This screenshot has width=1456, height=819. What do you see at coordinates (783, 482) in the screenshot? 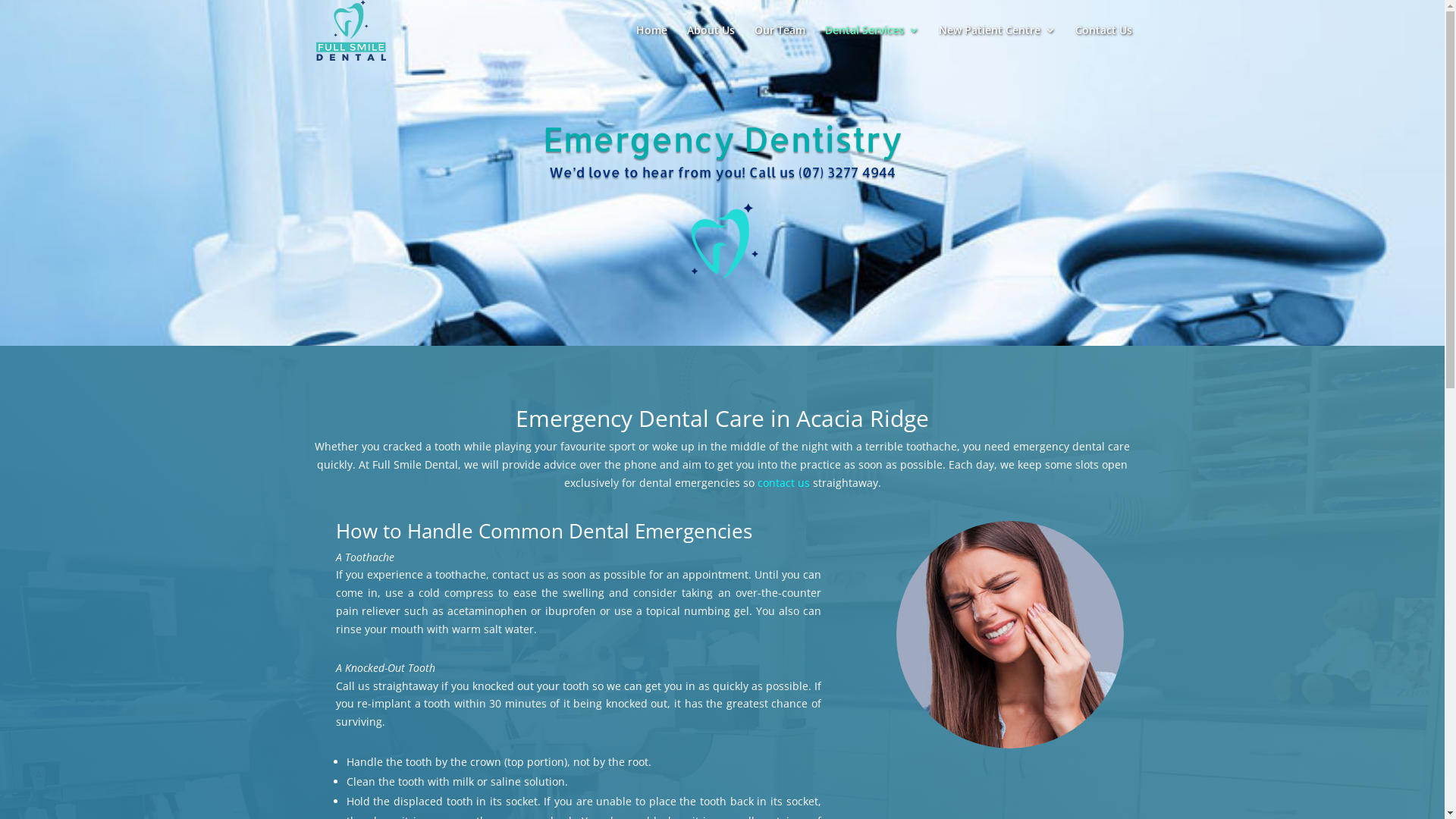
I see `'contact us'` at bounding box center [783, 482].